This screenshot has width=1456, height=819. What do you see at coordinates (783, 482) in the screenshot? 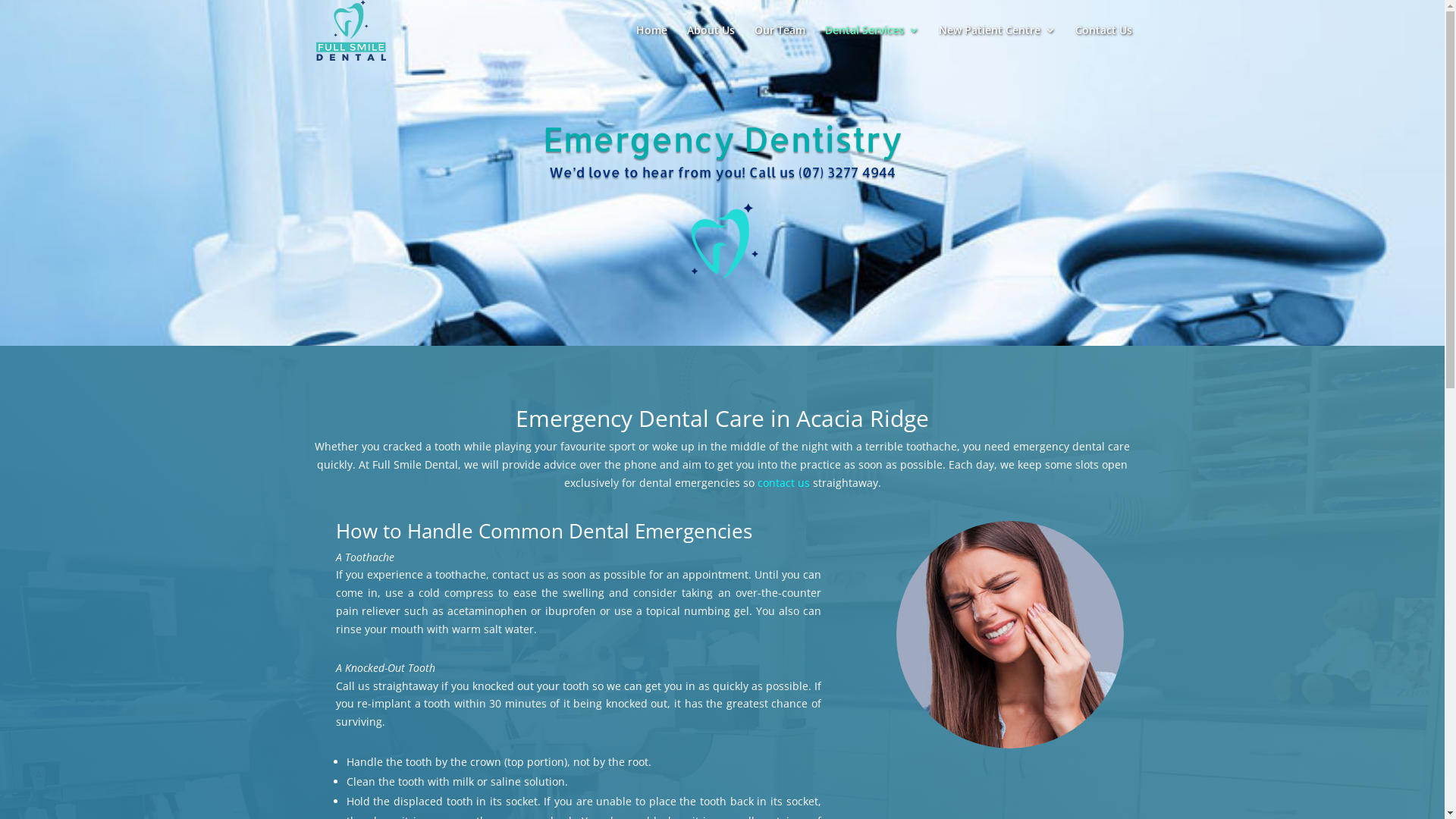
I see `'contact us'` at bounding box center [783, 482].